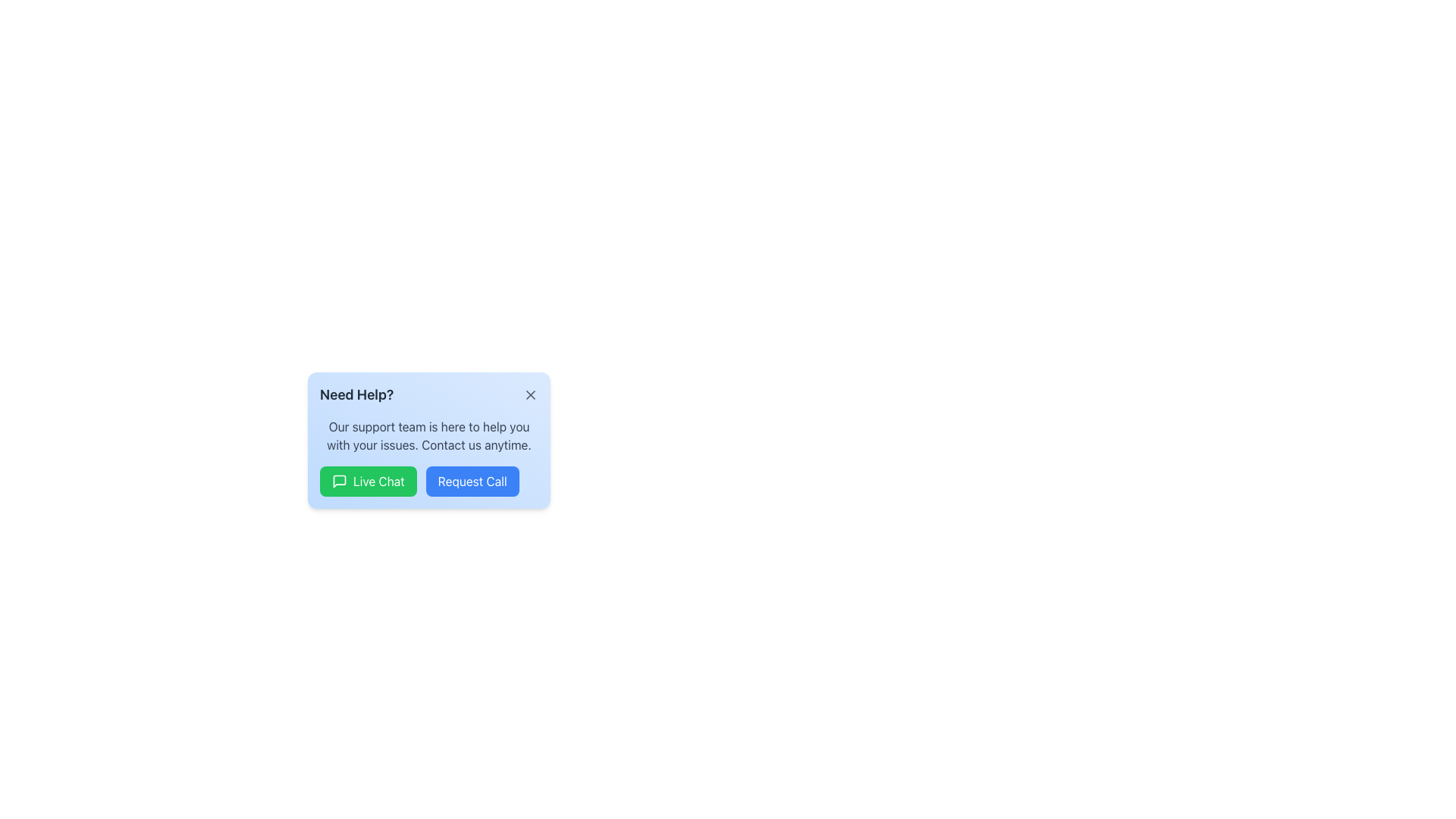  Describe the element at coordinates (428, 435) in the screenshot. I see `the informational text block located in the dialog box under the heading 'Need Help?', positioned above the 'Live Chat' and 'Request Call' buttons` at that location.